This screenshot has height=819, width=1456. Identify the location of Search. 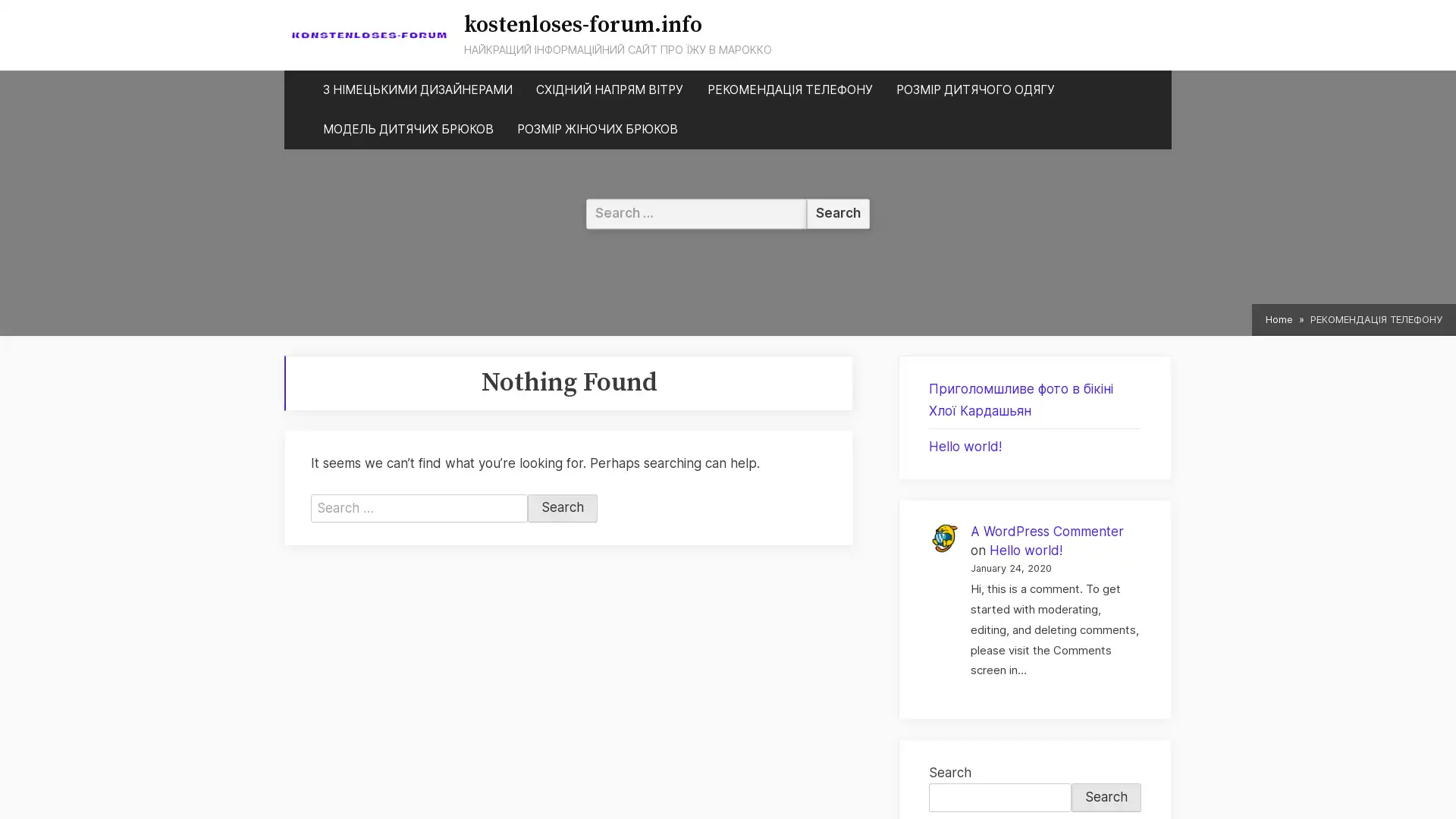
(562, 508).